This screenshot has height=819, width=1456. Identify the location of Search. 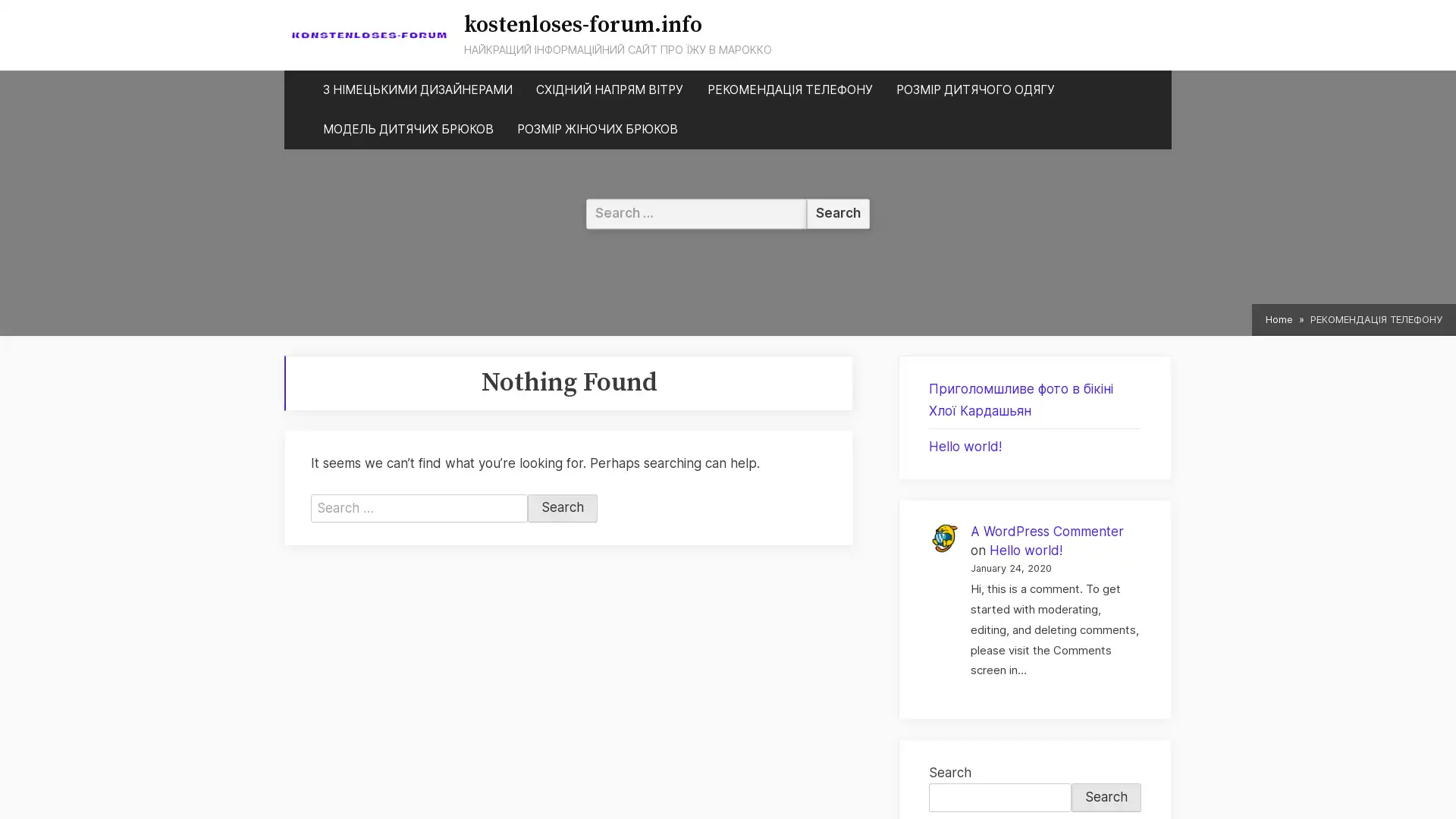
(562, 508).